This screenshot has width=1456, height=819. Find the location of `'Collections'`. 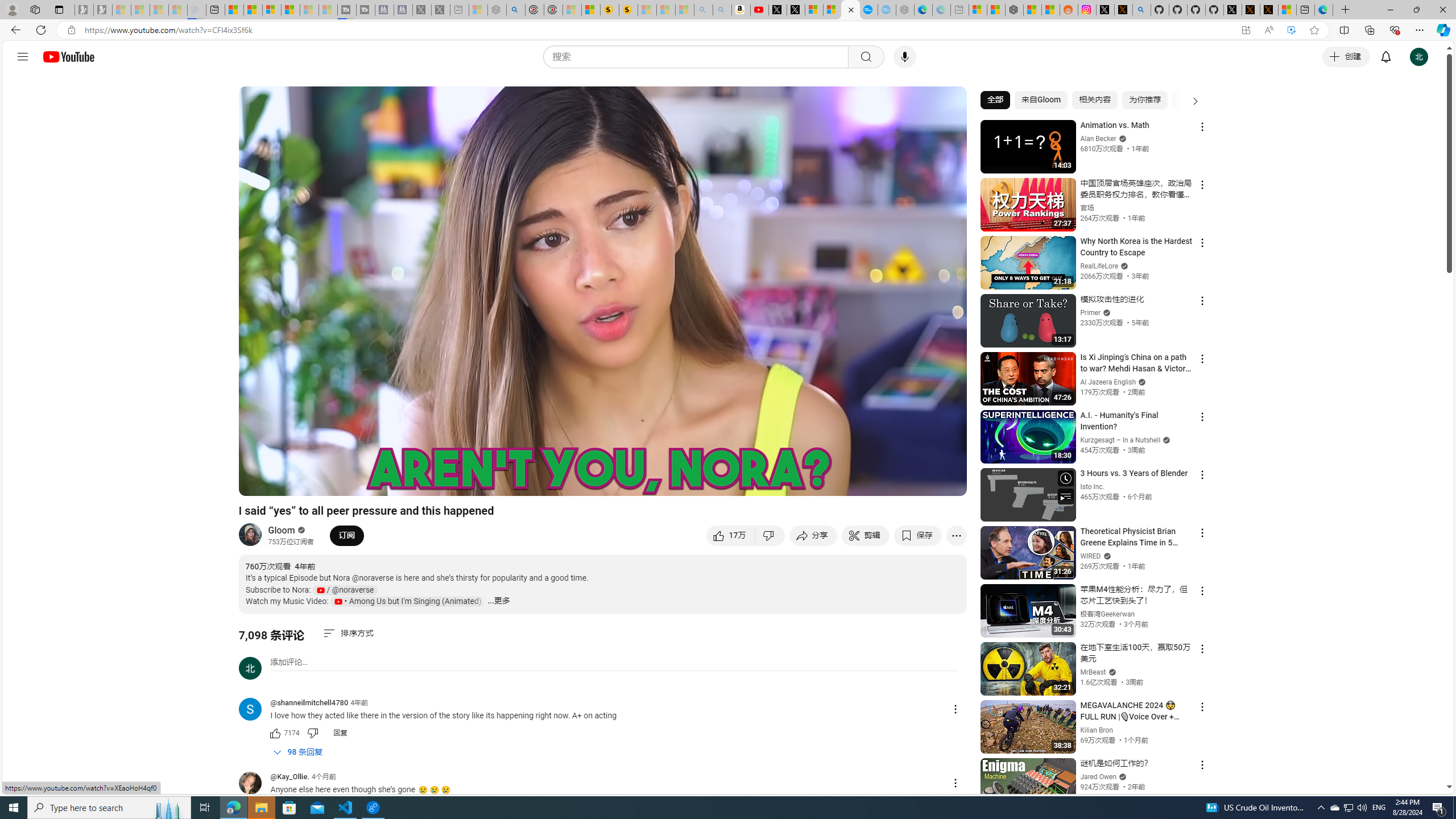

'Collections' is located at coordinates (1368, 29).